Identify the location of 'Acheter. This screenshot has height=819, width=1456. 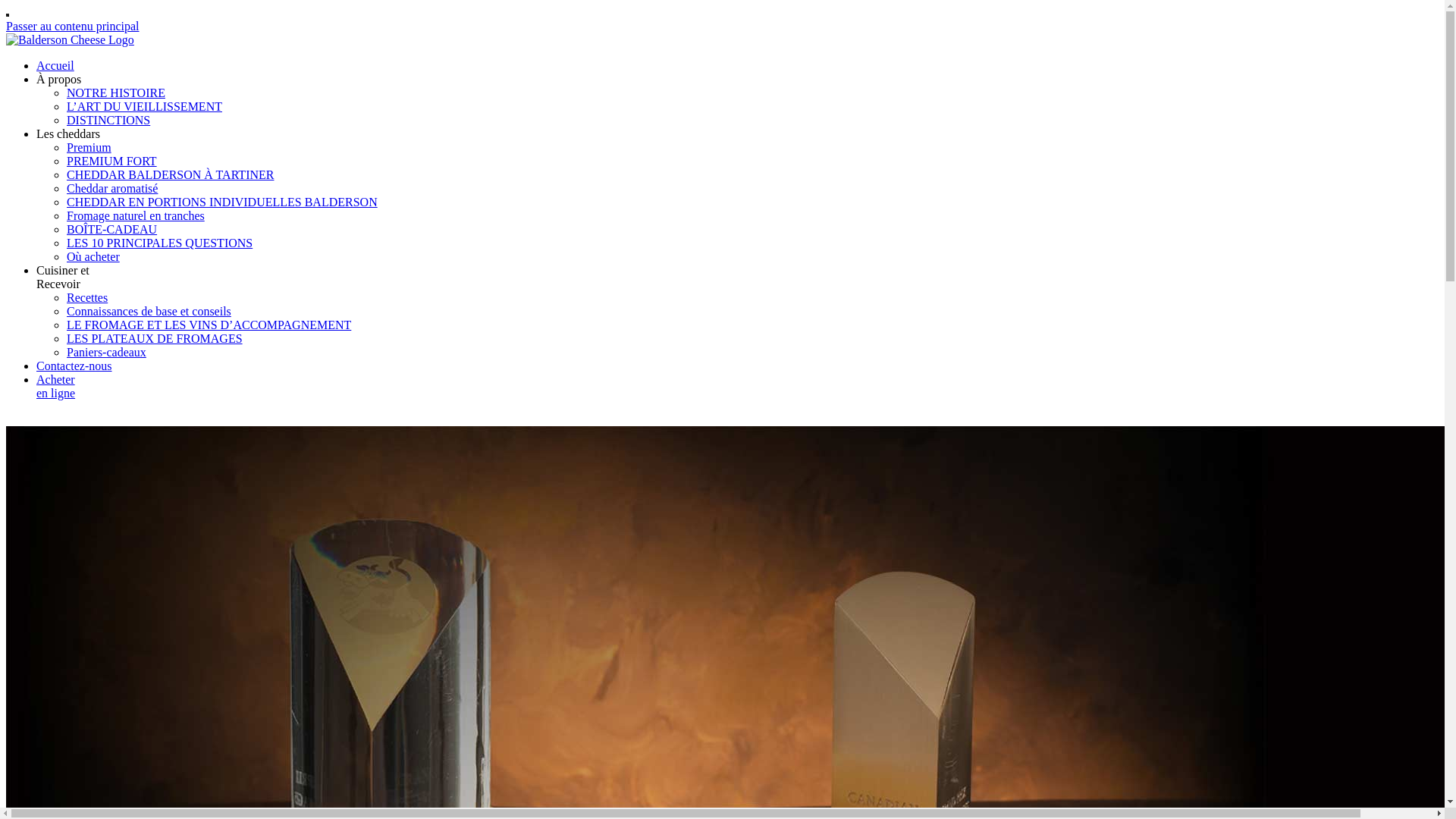
(55, 385).